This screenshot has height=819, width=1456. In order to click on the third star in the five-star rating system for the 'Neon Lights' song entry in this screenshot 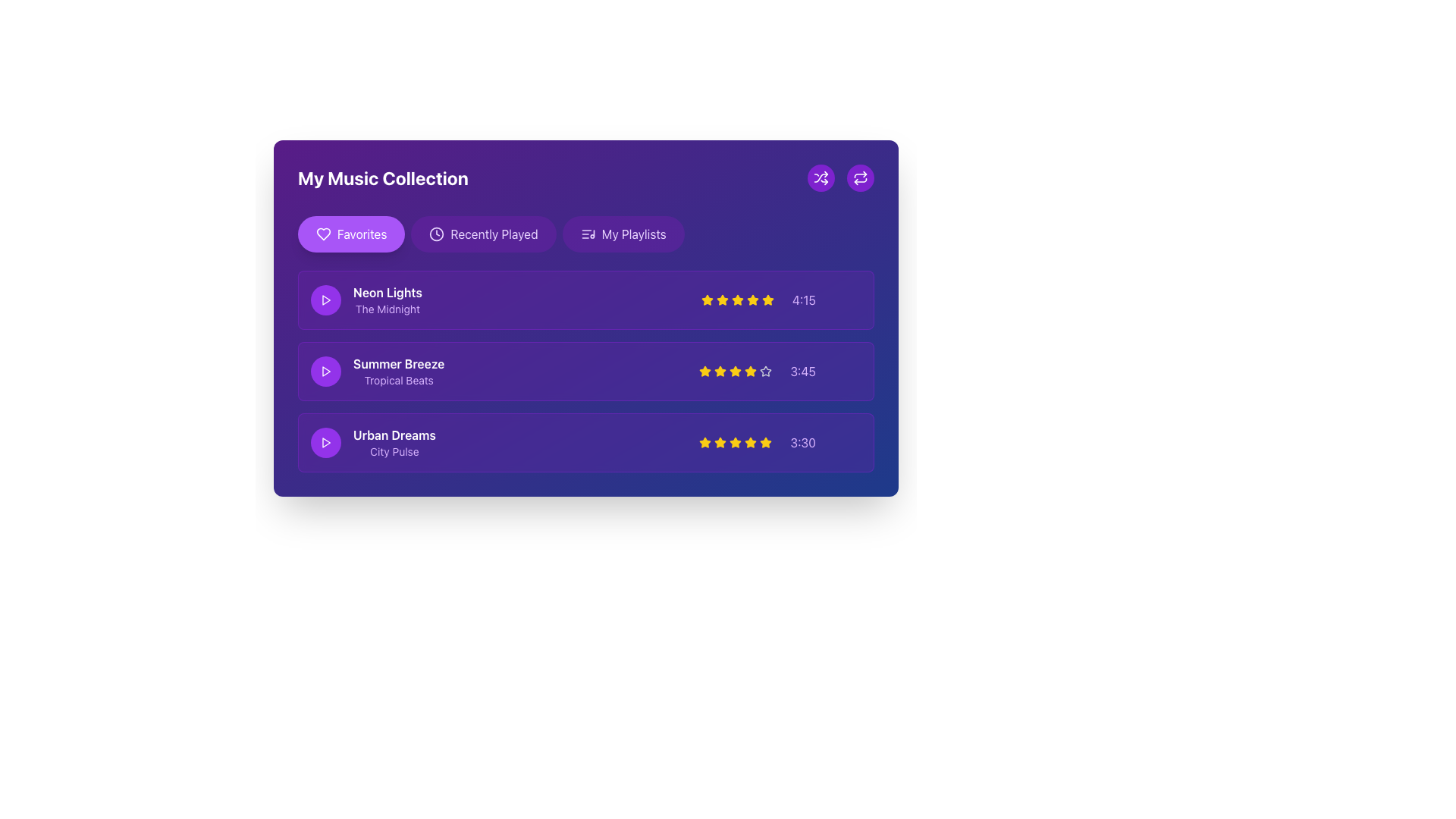, I will do `click(721, 300)`.